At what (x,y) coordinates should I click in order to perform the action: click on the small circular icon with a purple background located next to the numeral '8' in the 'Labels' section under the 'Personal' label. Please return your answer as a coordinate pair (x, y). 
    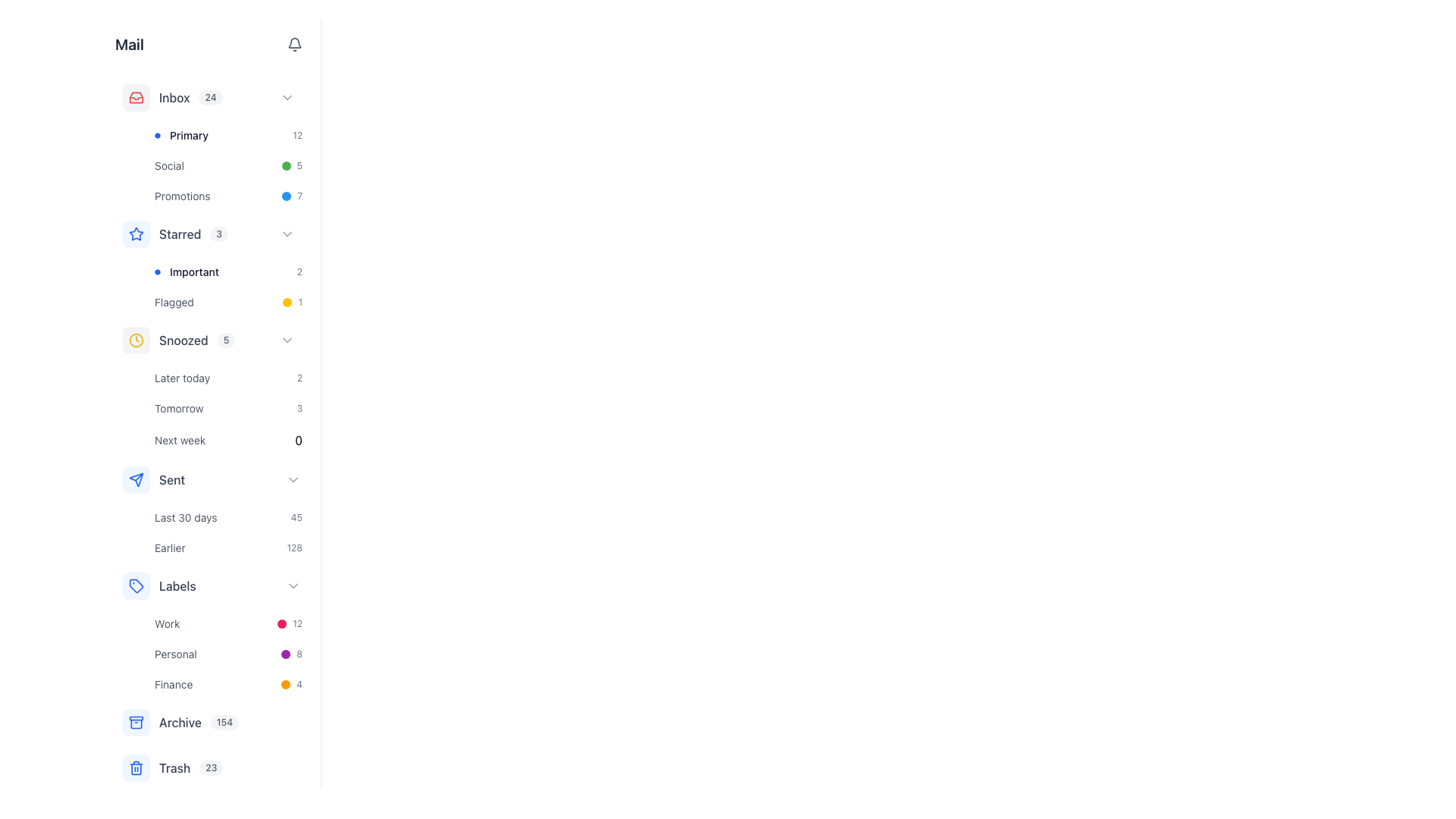
    Looking at the image, I should click on (286, 654).